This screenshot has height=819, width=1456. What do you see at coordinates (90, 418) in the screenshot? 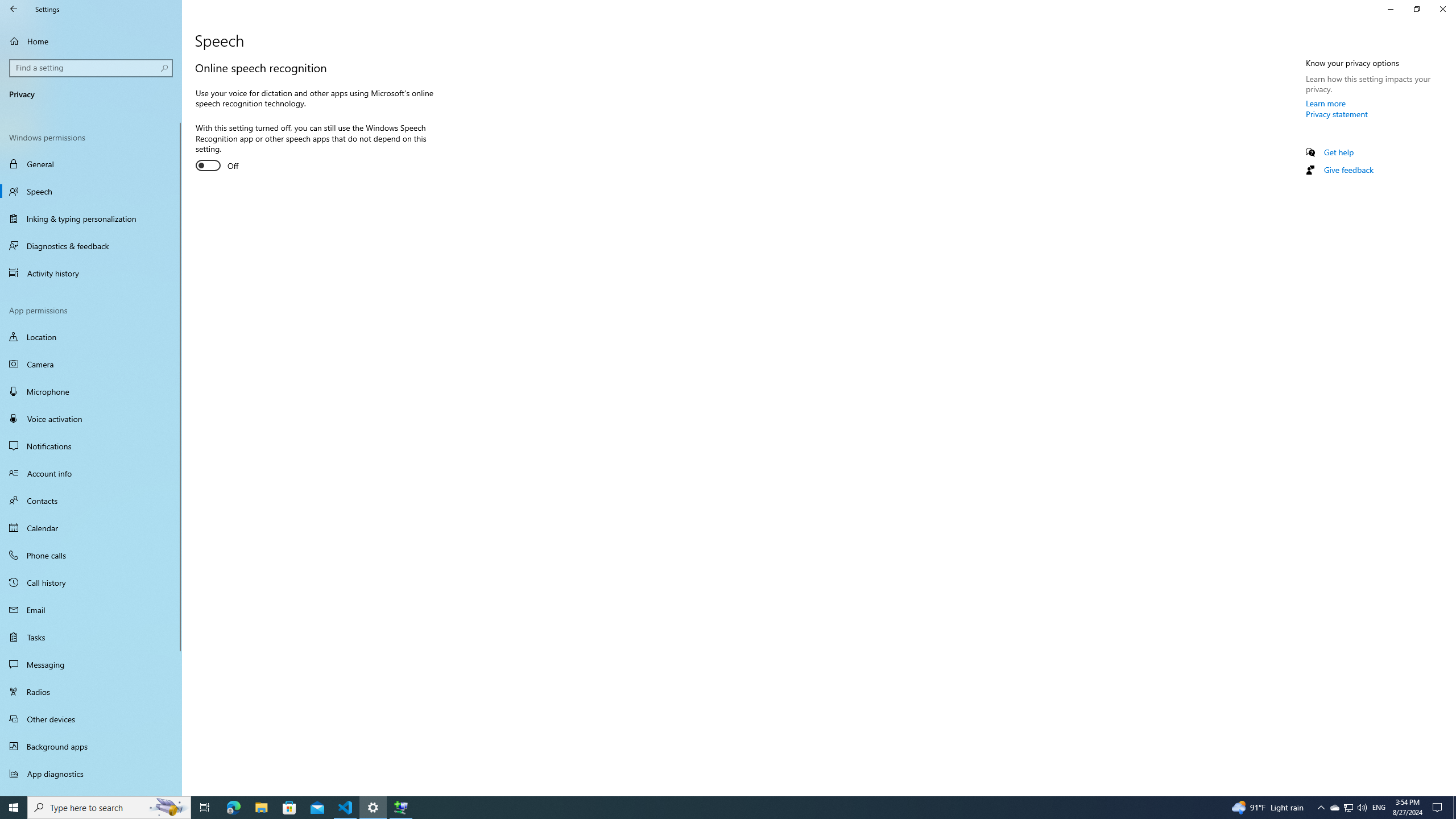
I see `'Voice activation'` at bounding box center [90, 418].